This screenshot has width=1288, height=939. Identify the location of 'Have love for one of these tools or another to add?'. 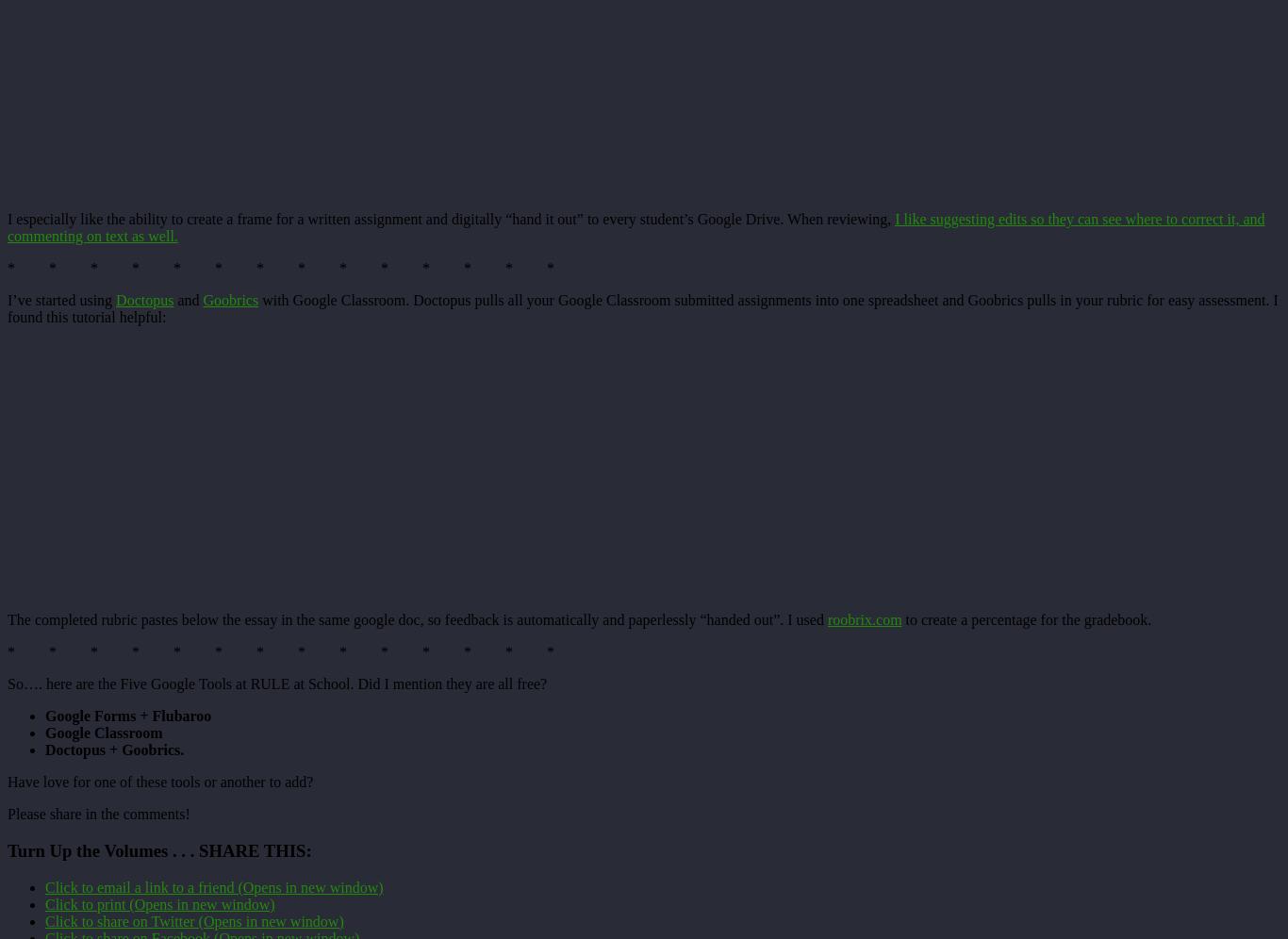
(159, 781).